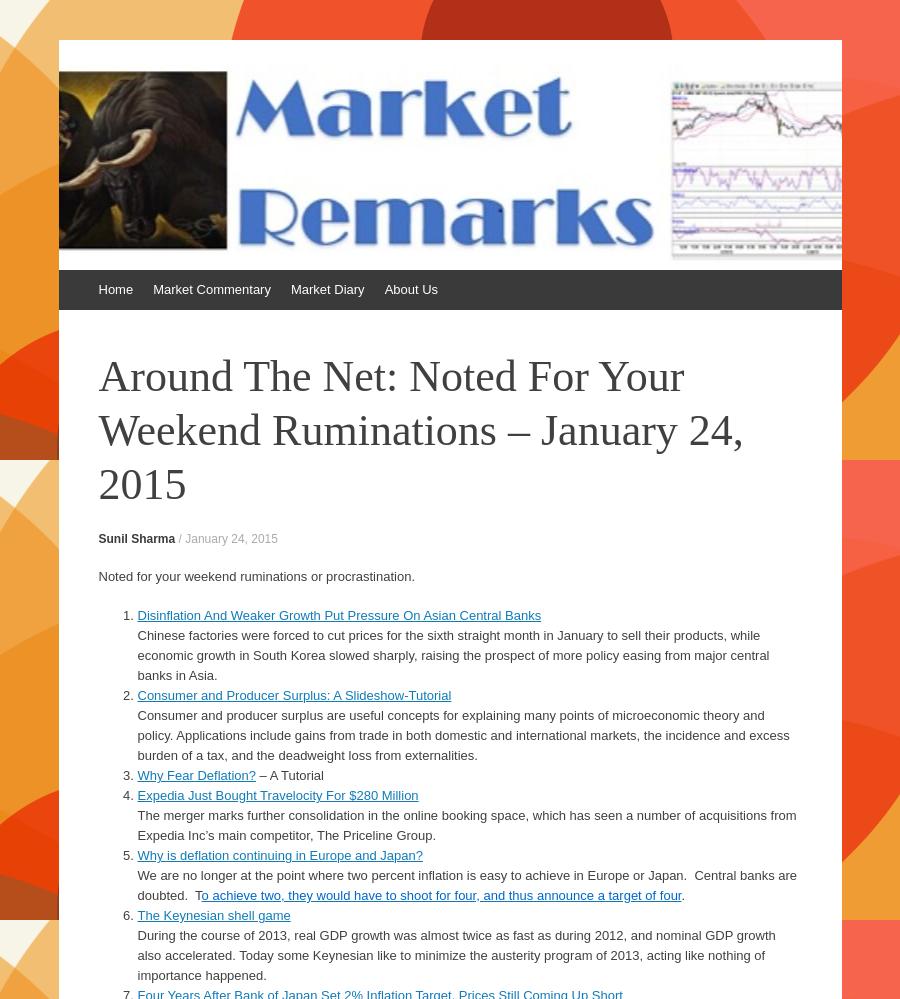 The height and width of the screenshot is (999, 900). What do you see at coordinates (180, 537) in the screenshot?
I see `'/'` at bounding box center [180, 537].